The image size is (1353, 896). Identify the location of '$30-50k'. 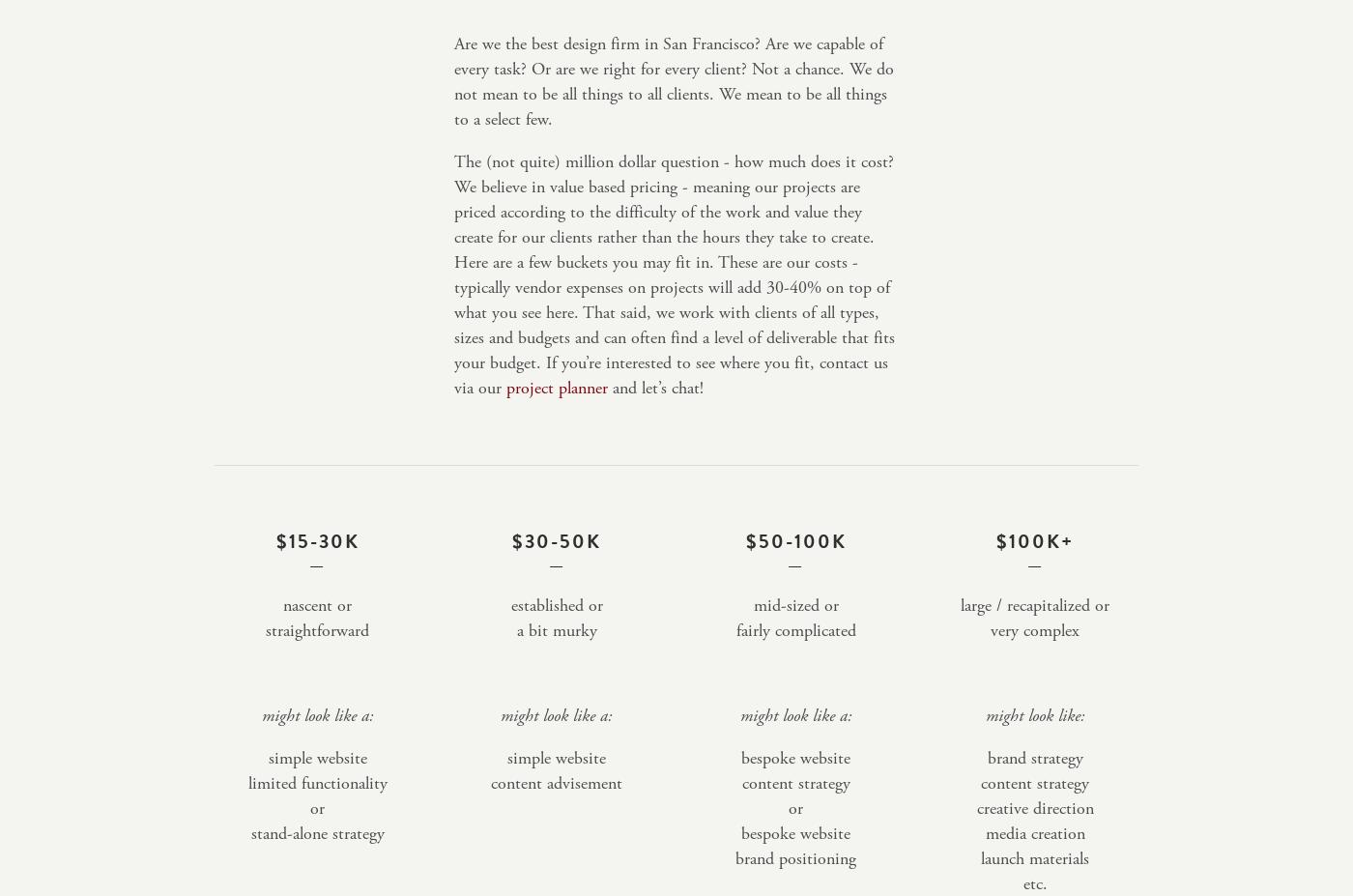
(556, 541).